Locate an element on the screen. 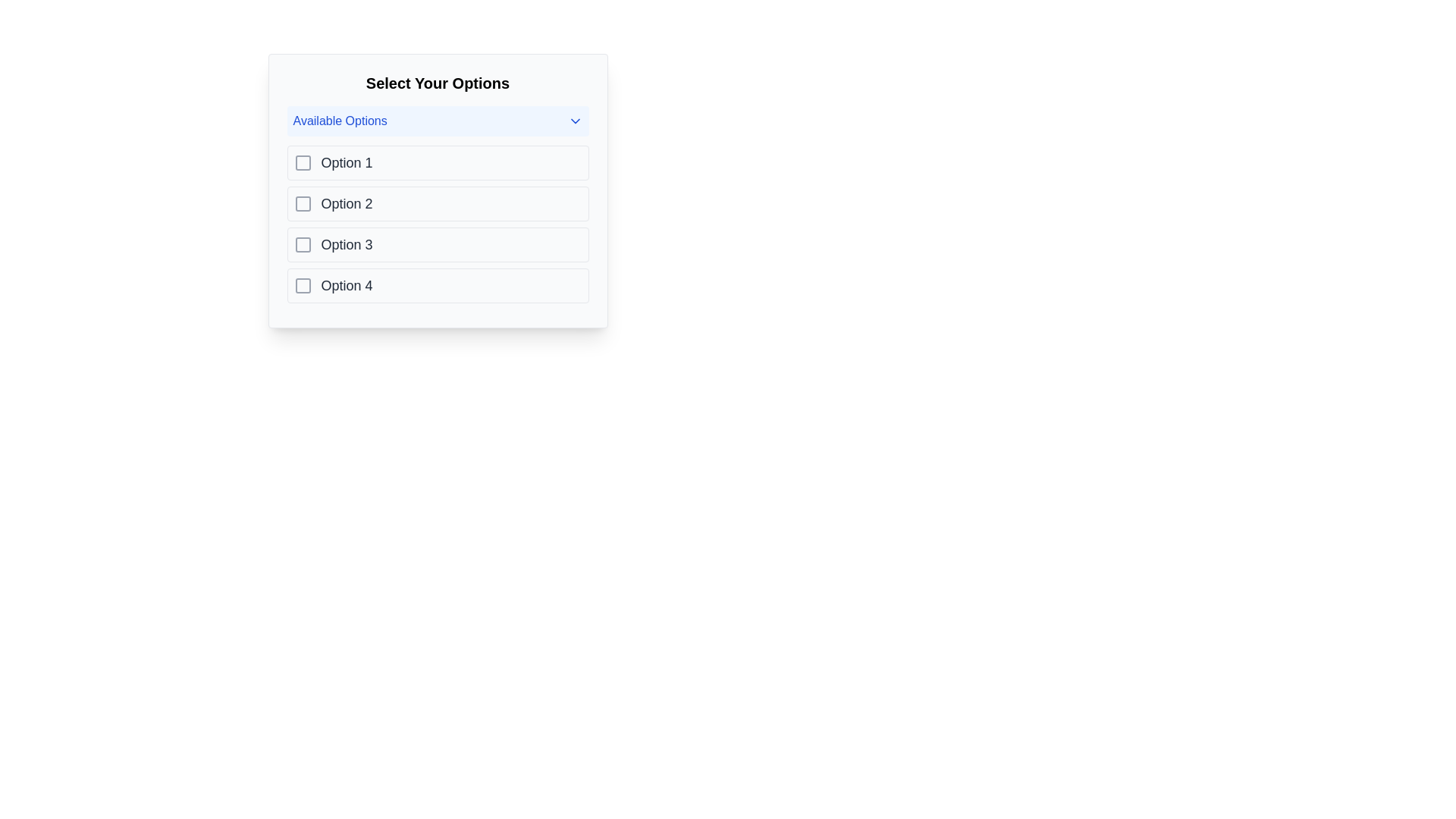 Image resolution: width=1456 pixels, height=819 pixels. the decorative rectangle within the checkbox area for Option 1, located to the left of the 'Option 1' label is located at coordinates (303, 163).